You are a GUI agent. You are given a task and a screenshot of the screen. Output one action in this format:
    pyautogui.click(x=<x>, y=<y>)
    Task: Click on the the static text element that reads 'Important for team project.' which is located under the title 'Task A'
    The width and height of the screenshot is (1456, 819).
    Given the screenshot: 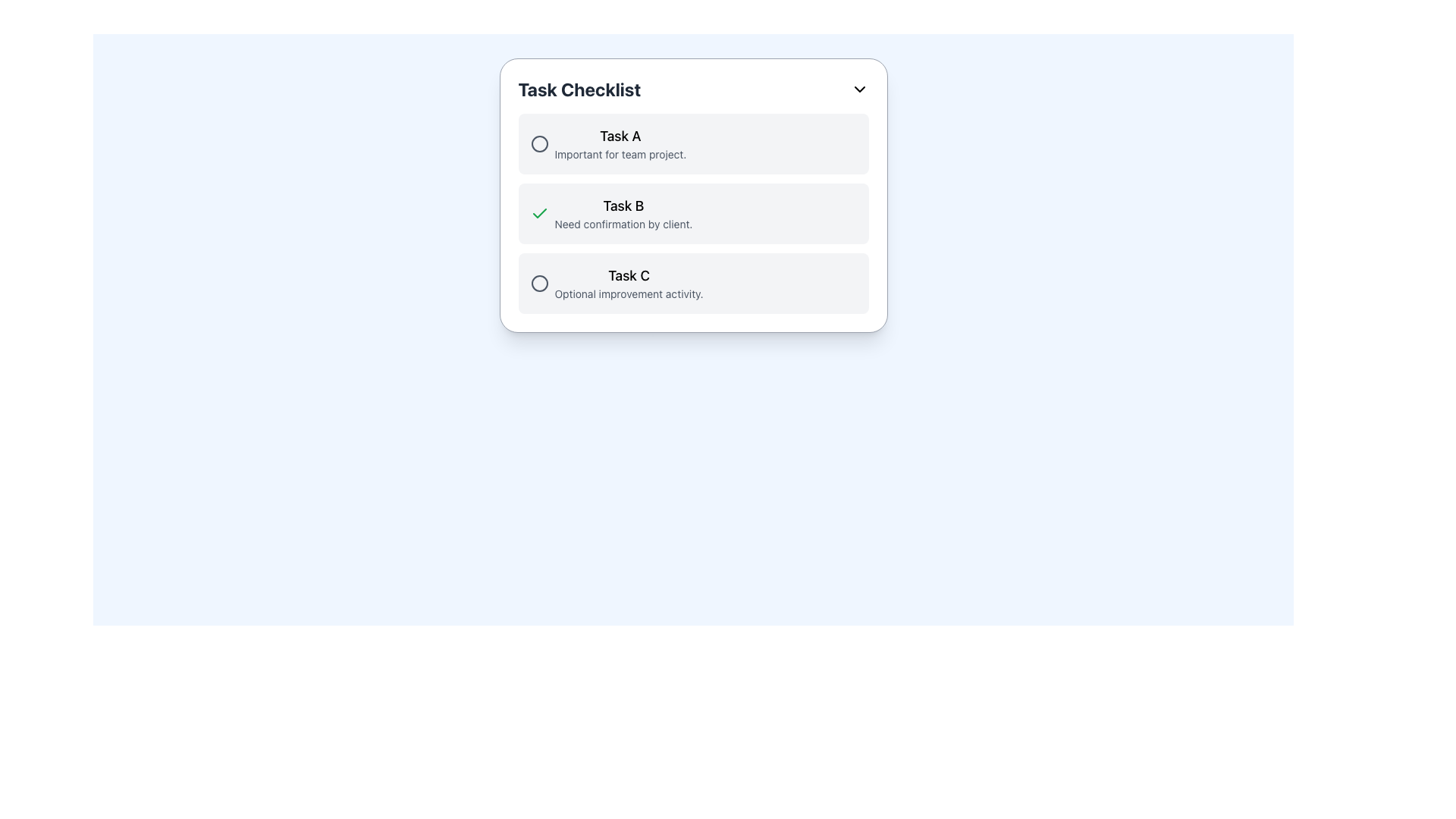 What is the action you would take?
    pyautogui.click(x=620, y=155)
    